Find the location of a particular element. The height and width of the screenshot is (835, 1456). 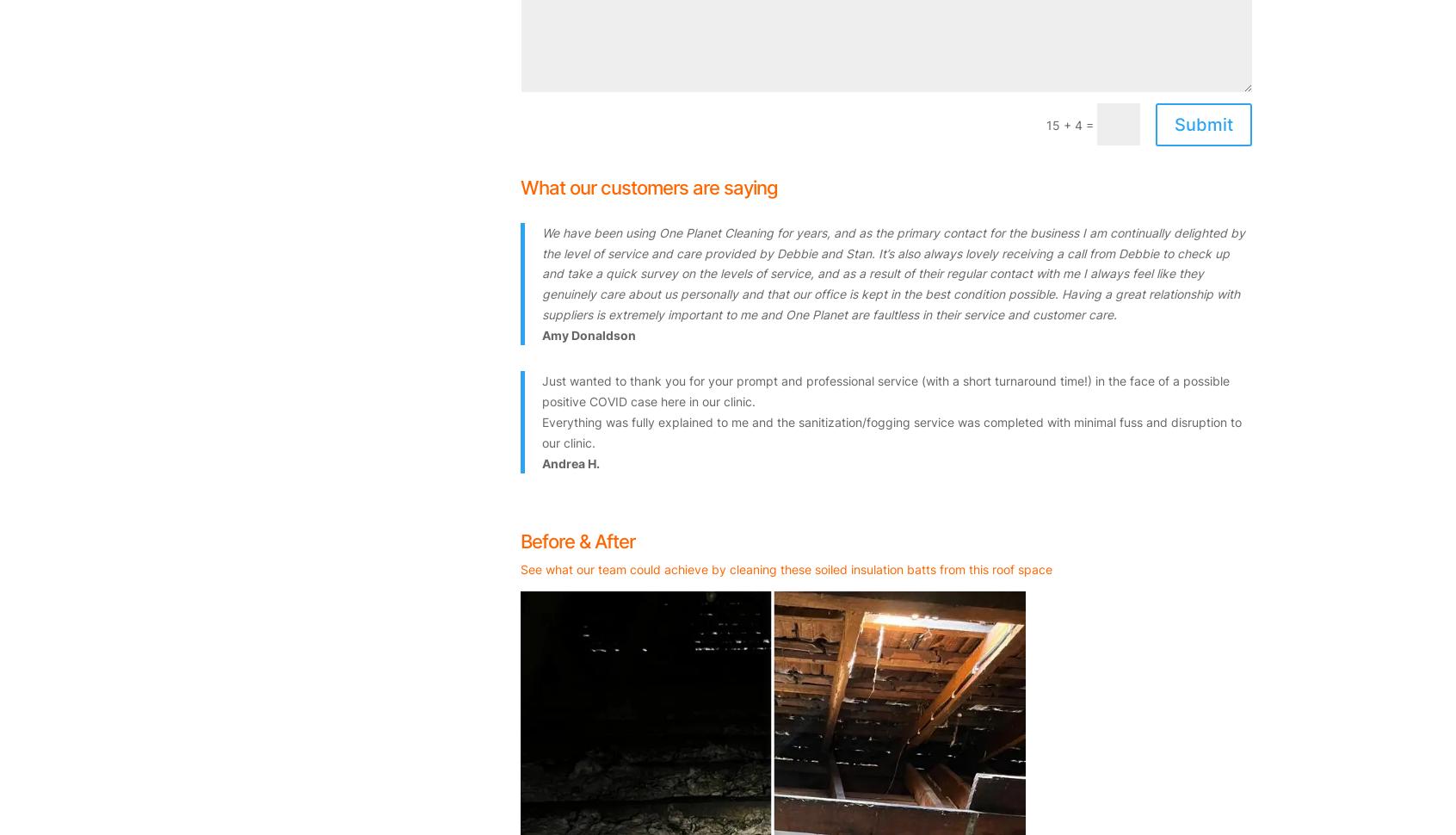

'See what our team could achieve by cleaning these soiled insulation batts from this roof space' is located at coordinates (520, 568).